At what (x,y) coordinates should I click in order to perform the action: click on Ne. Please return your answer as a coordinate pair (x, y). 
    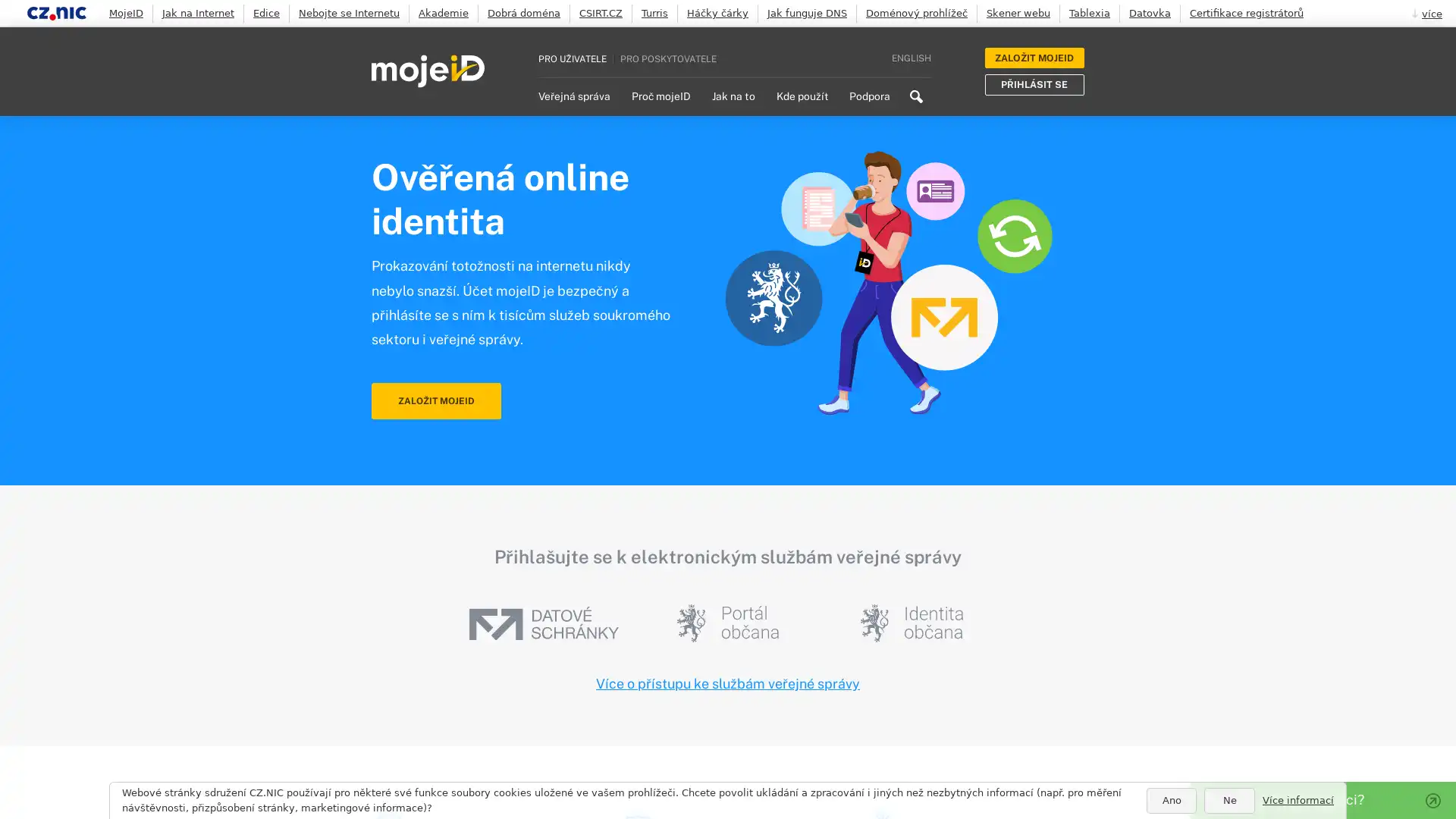
    Looking at the image, I should click on (1229, 800).